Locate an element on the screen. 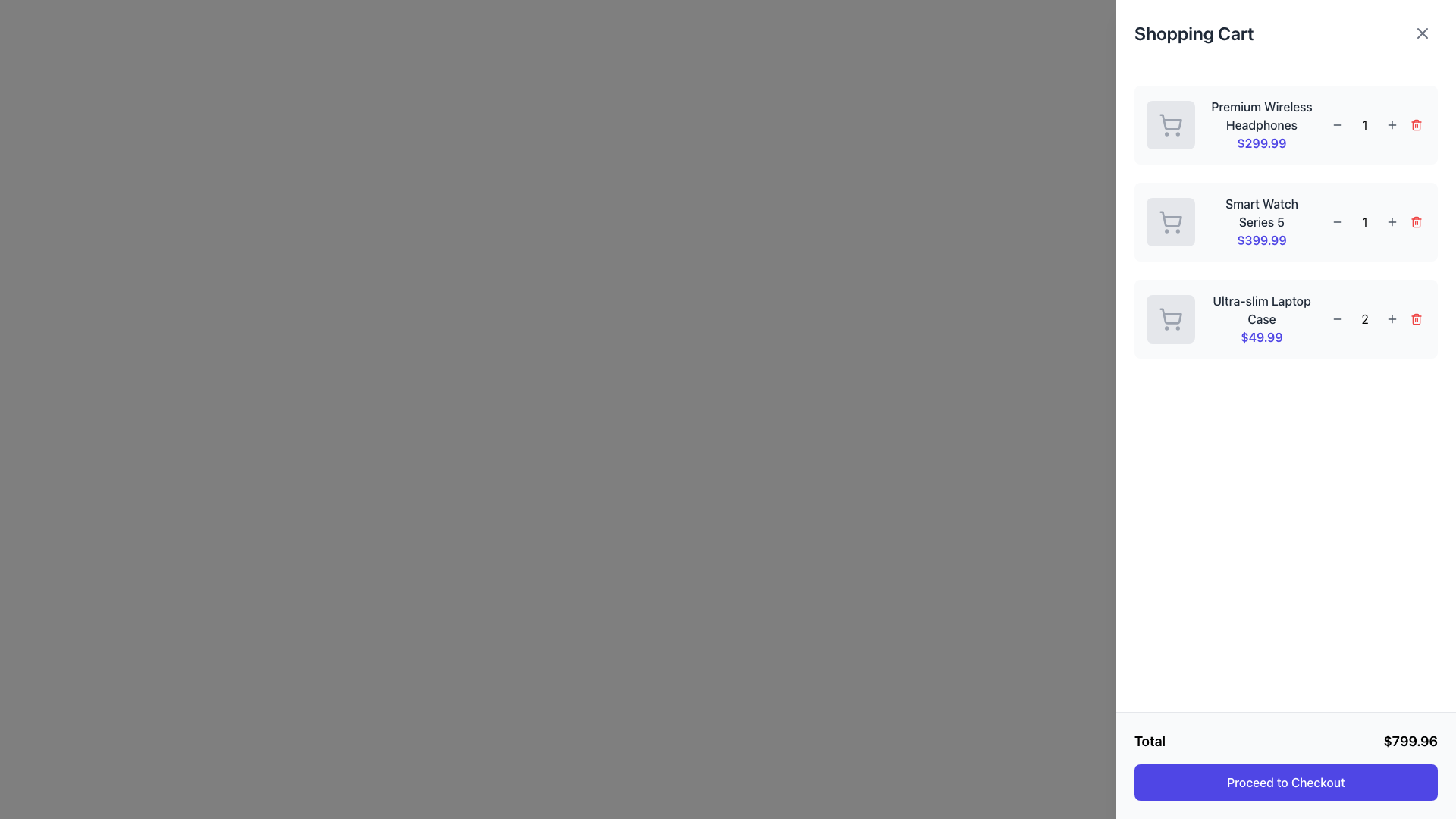  the static text label displaying the product name in the shopping cart interface, located above the price label '$399.99' is located at coordinates (1262, 213).